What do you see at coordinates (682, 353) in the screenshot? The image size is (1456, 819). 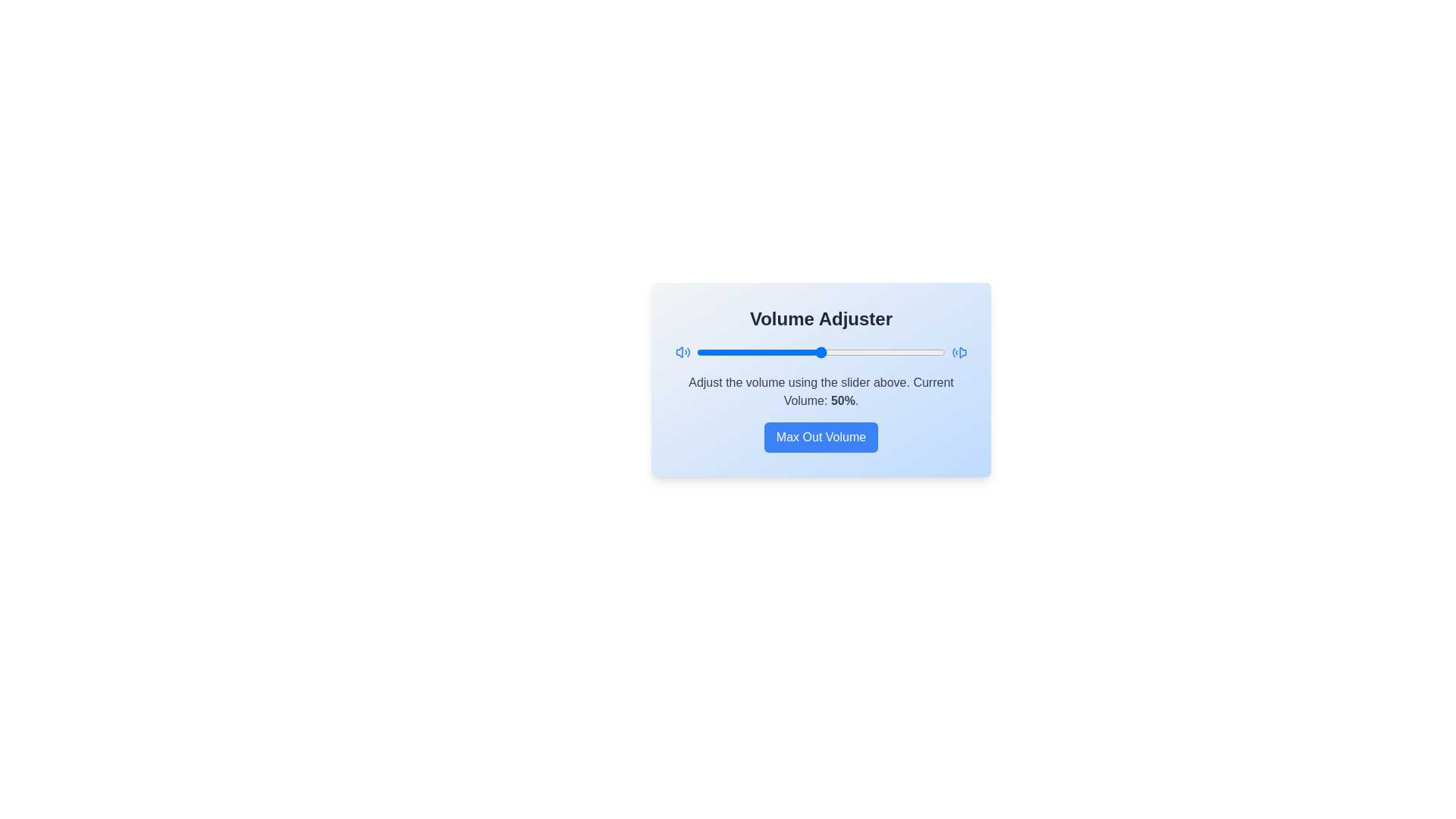 I see `the left volume icon to reveal its tooltip` at bounding box center [682, 353].